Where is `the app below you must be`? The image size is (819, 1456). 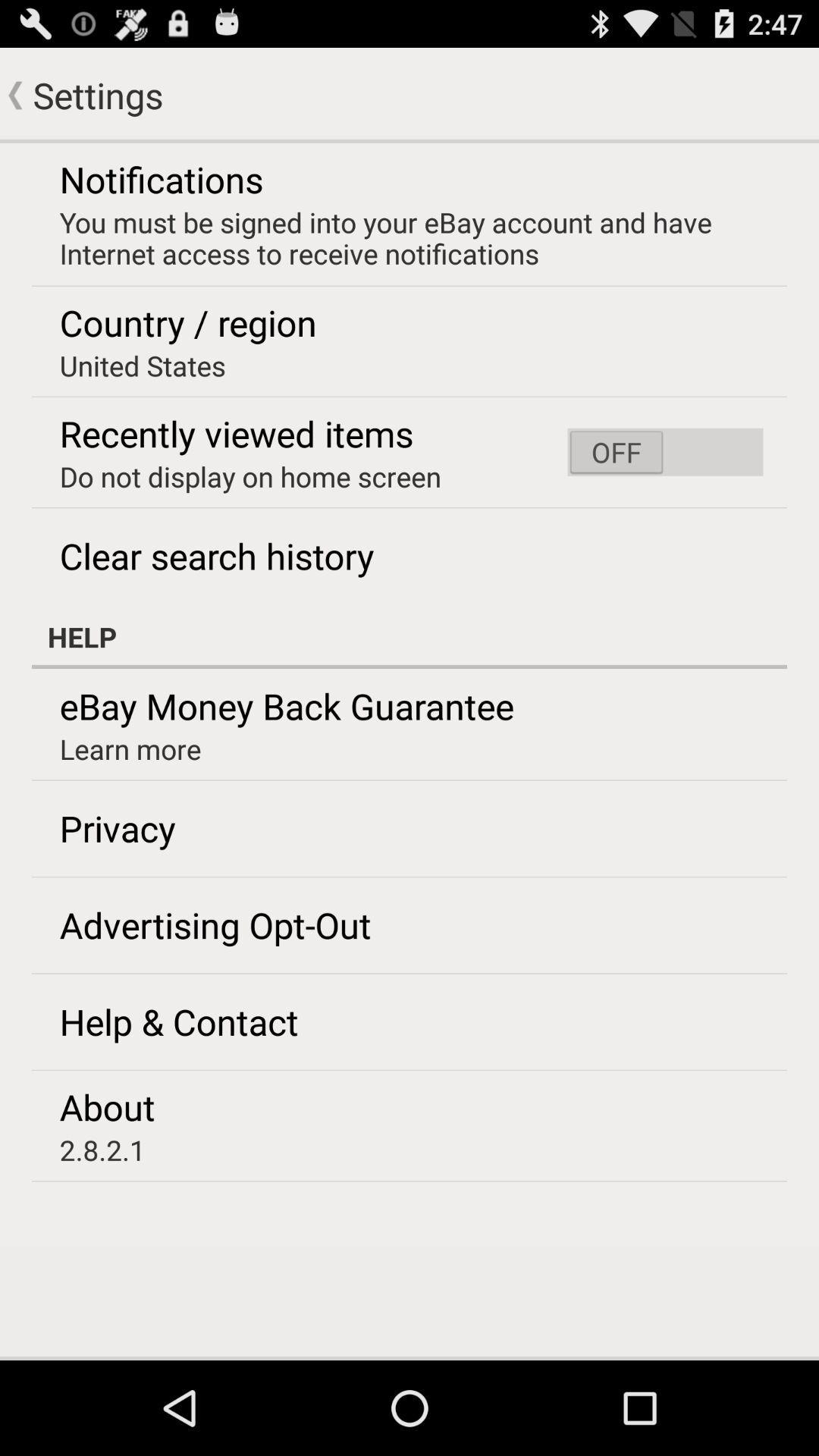
the app below you must be is located at coordinates (664, 451).